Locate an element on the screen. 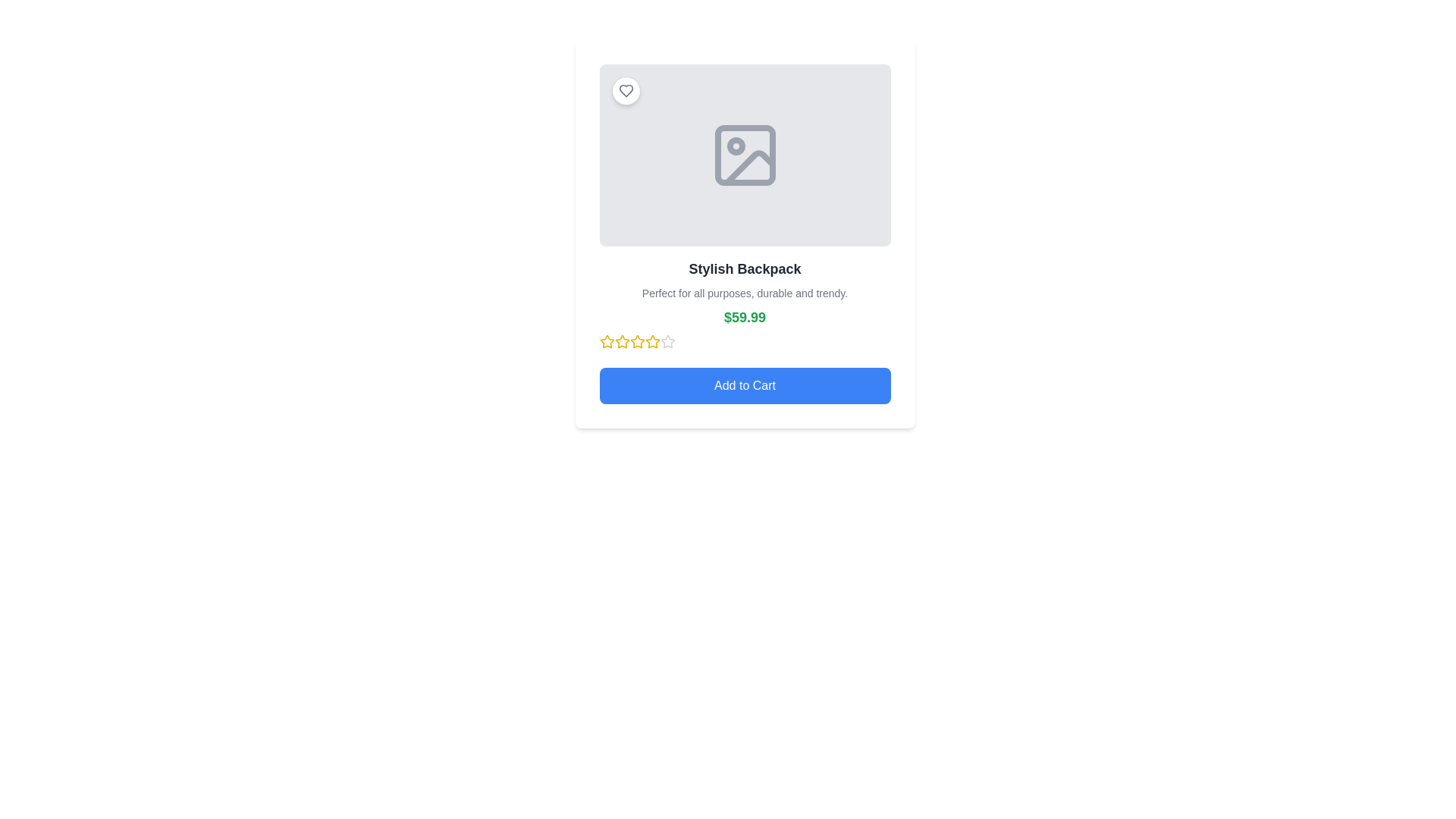 The height and width of the screenshot is (819, 1456). the favorite marker button located is located at coordinates (626, 90).